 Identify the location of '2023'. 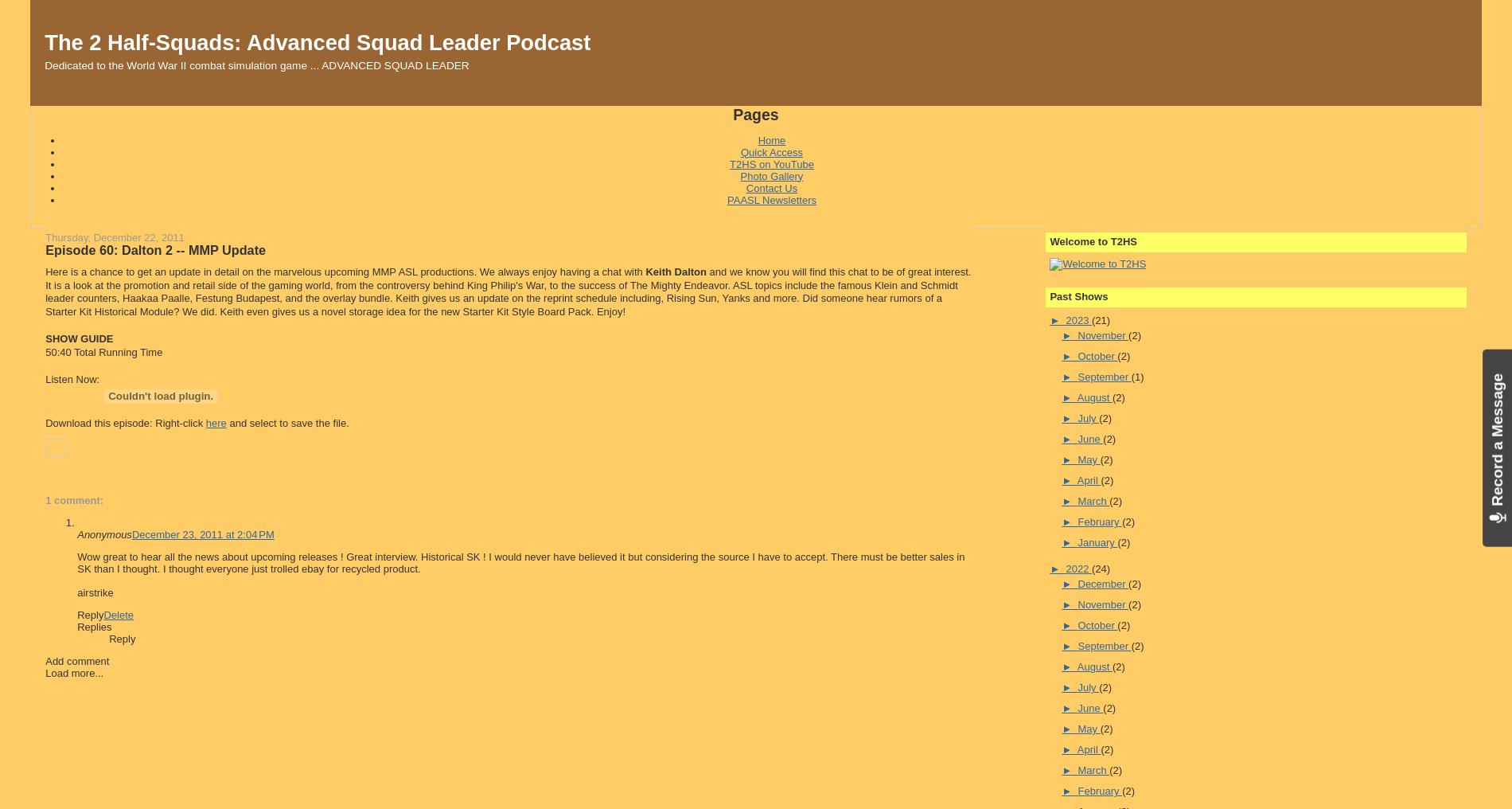
(1077, 319).